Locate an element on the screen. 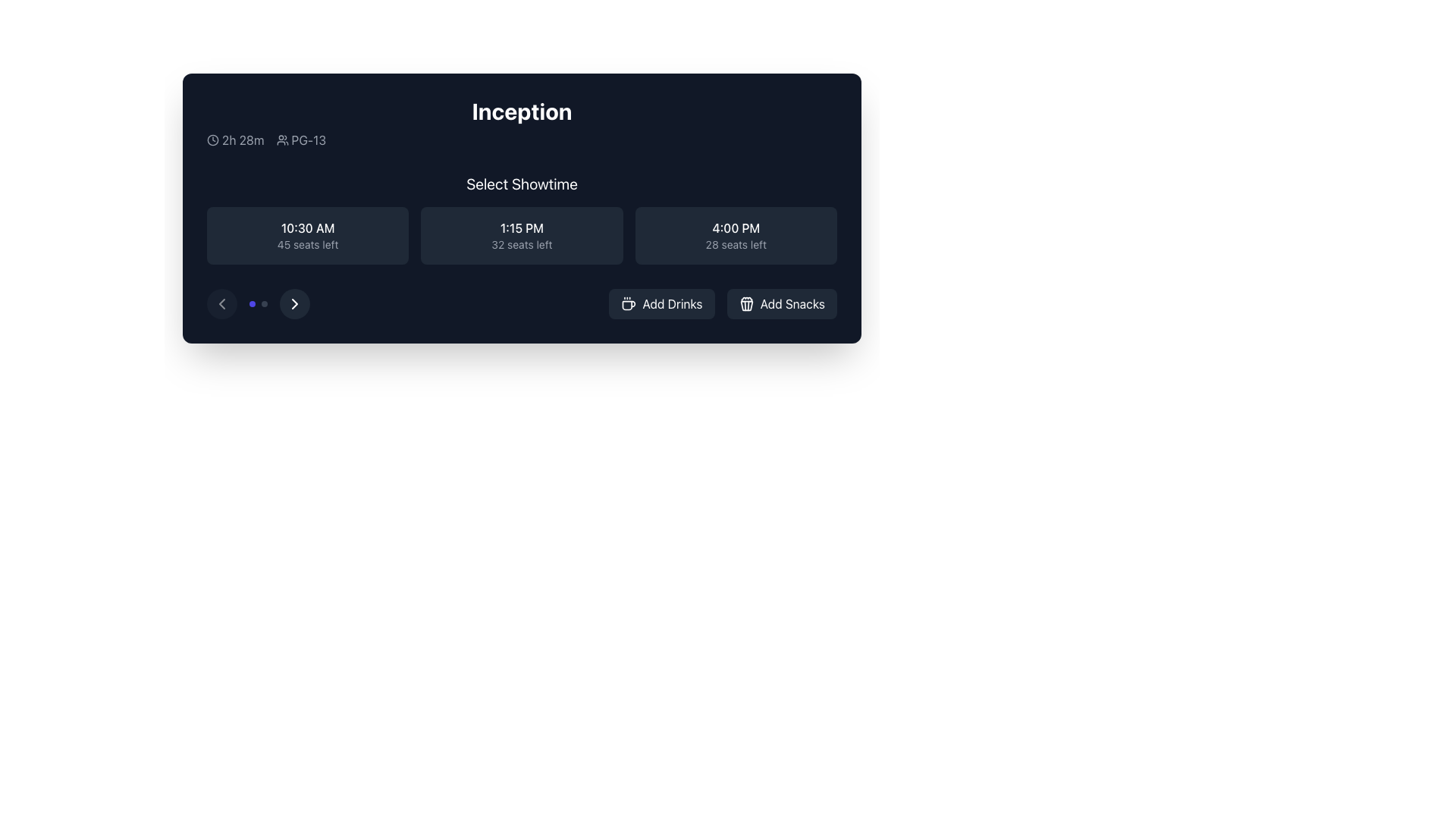 Image resolution: width=1456 pixels, height=819 pixels. the left-pointing chevron icon located within the circular button in the lower-left corner of the content card is located at coordinates (221, 304).